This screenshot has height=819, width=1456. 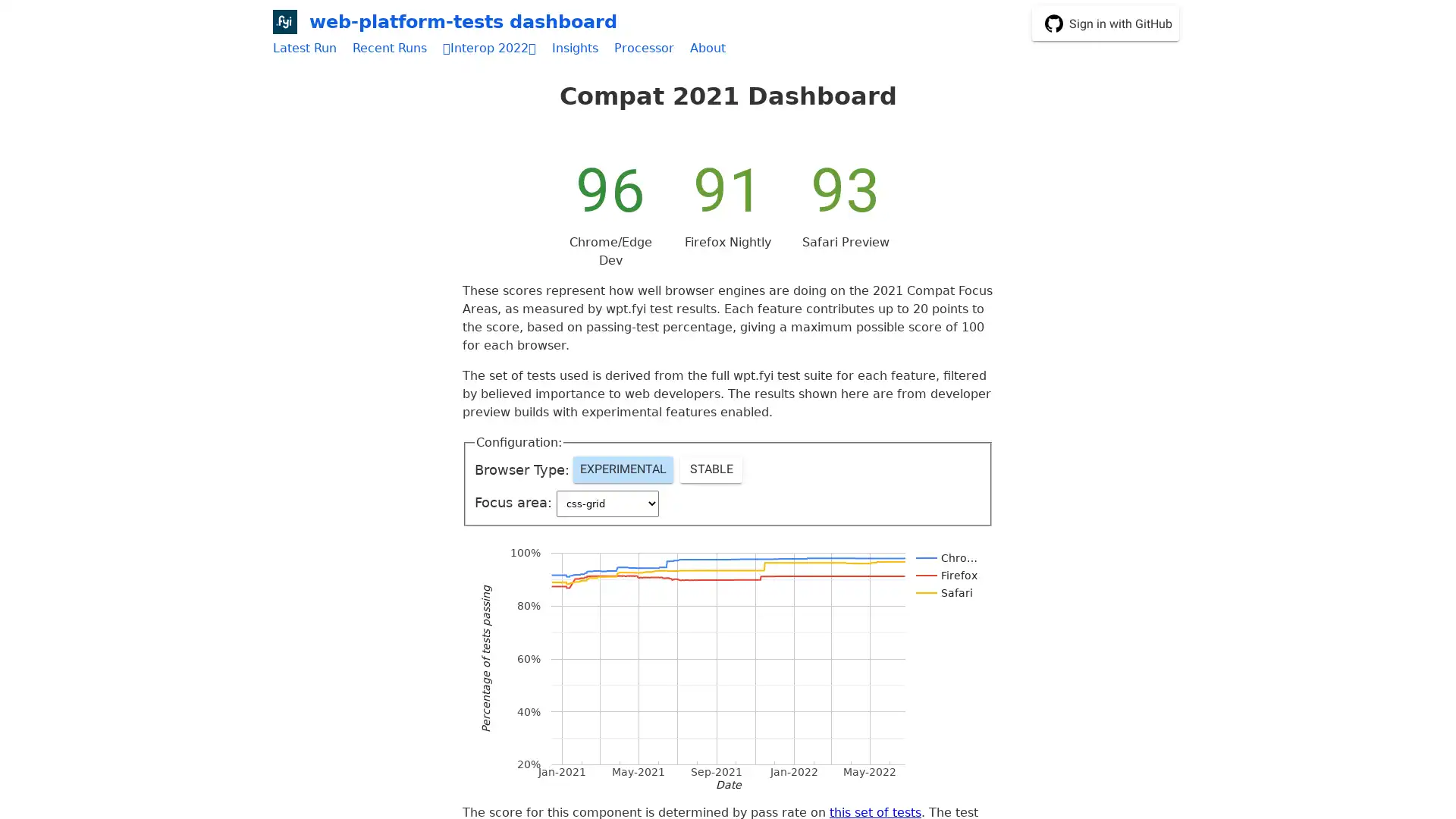 What do you see at coordinates (710, 468) in the screenshot?
I see `STABLE` at bounding box center [710, 468].